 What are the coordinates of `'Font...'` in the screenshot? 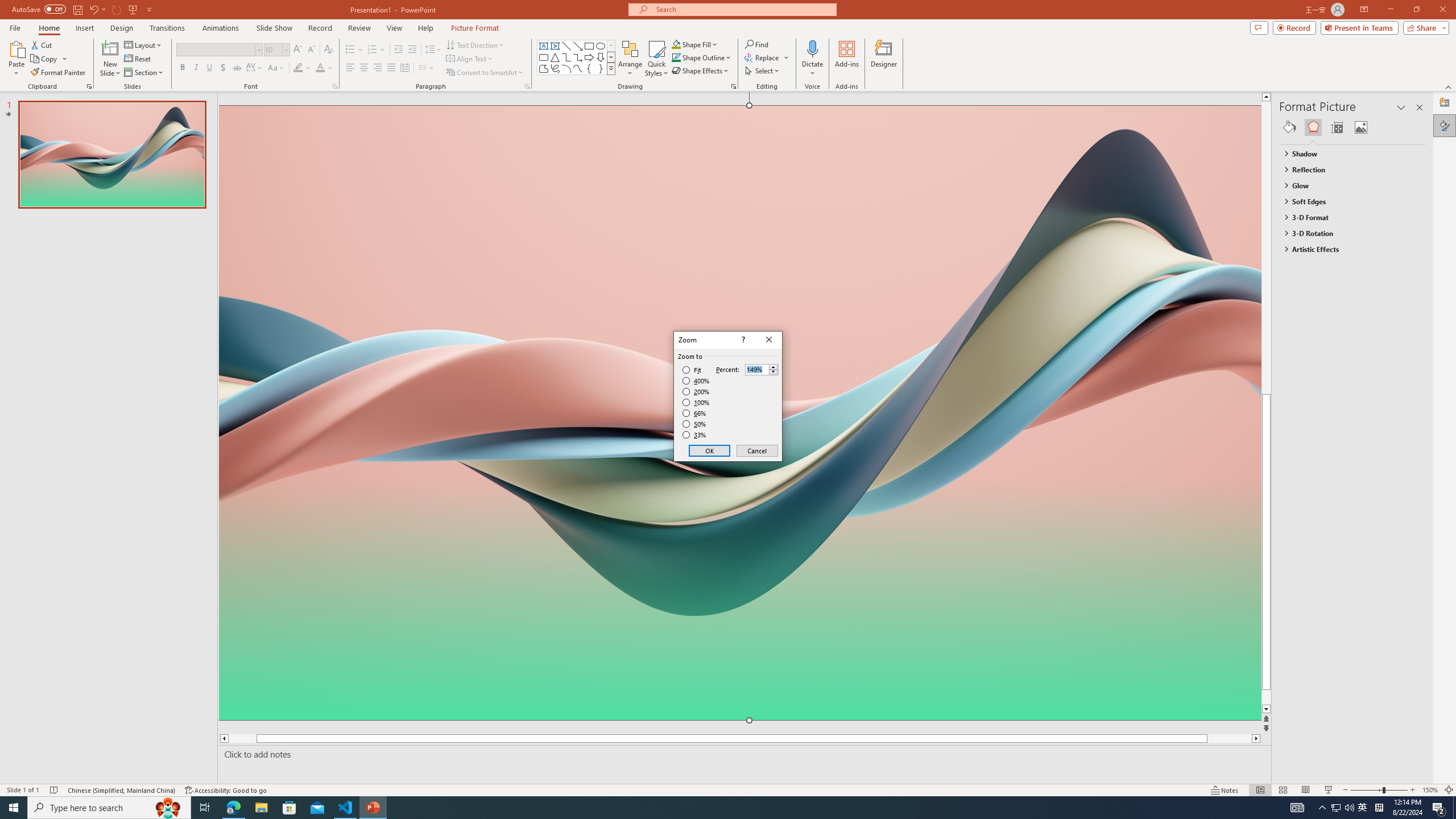 It's located at (334, 85).